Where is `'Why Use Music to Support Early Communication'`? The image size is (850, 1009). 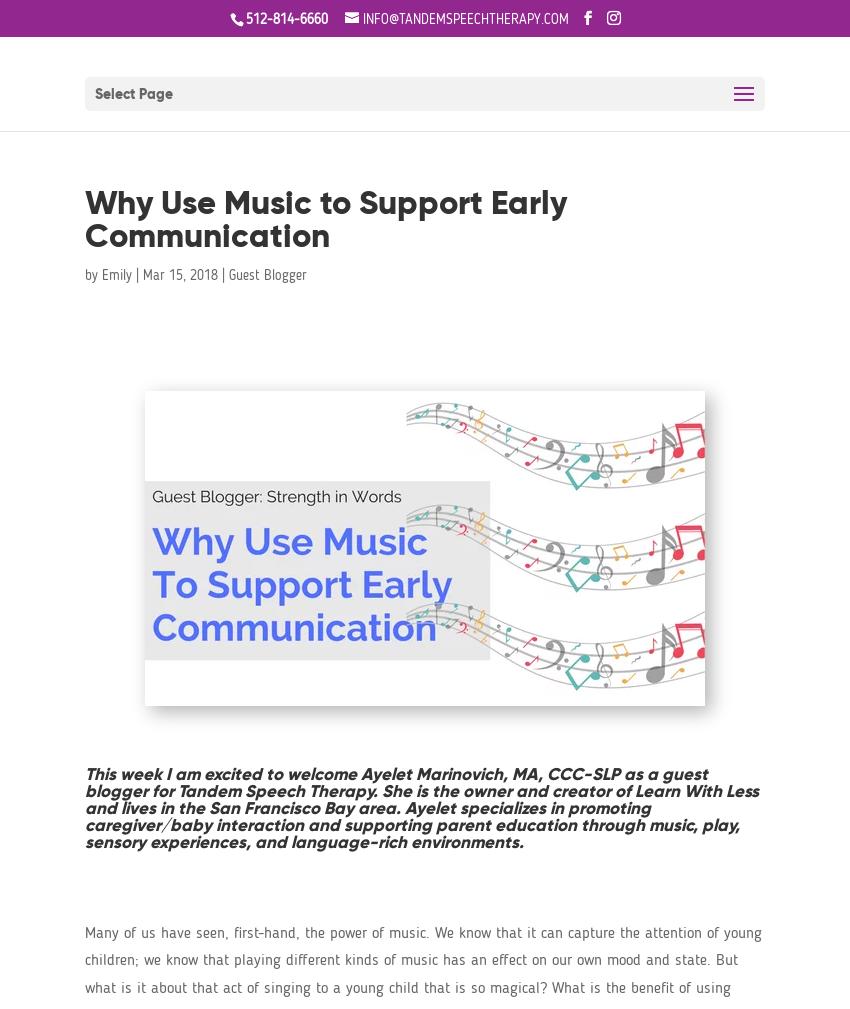
'Why Use Music to Support Early Communication' is located at coordinates (325, 218).